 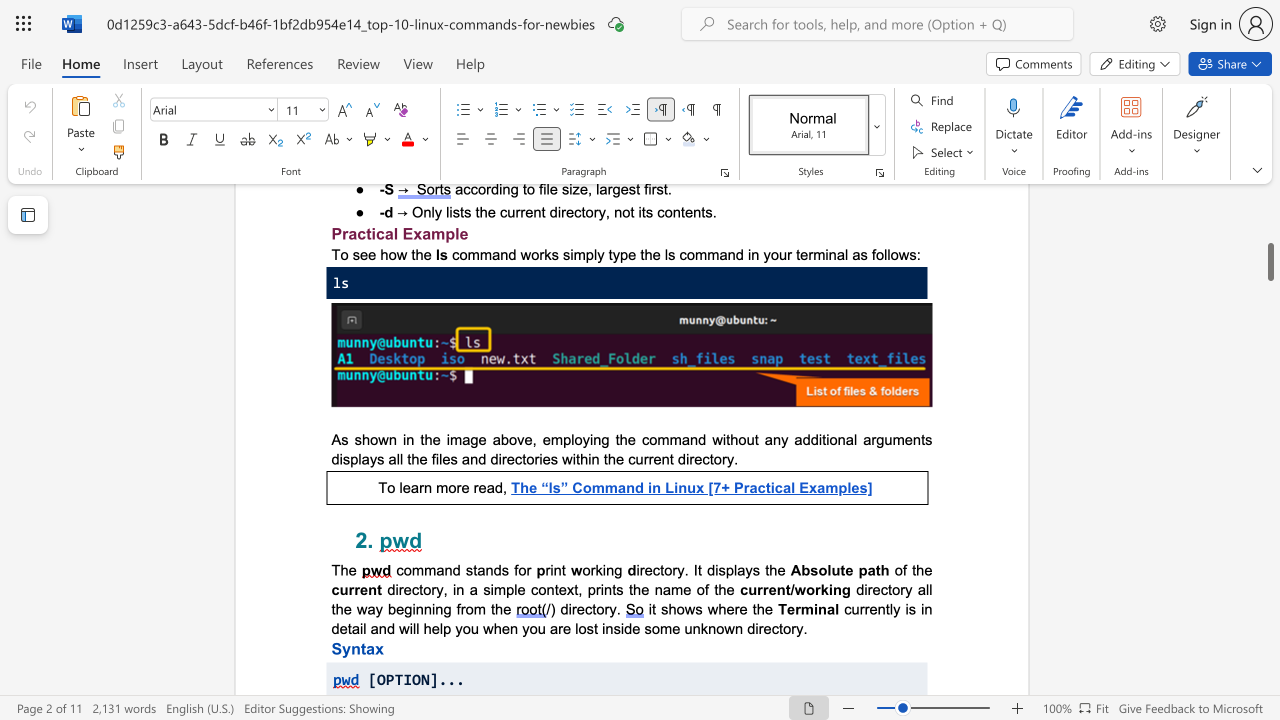 What do you see at coordinates (485, 570) in the screenshot?
I see `the subset text "nds for" within the text "command stands for"` at bounding box center [485, 570].